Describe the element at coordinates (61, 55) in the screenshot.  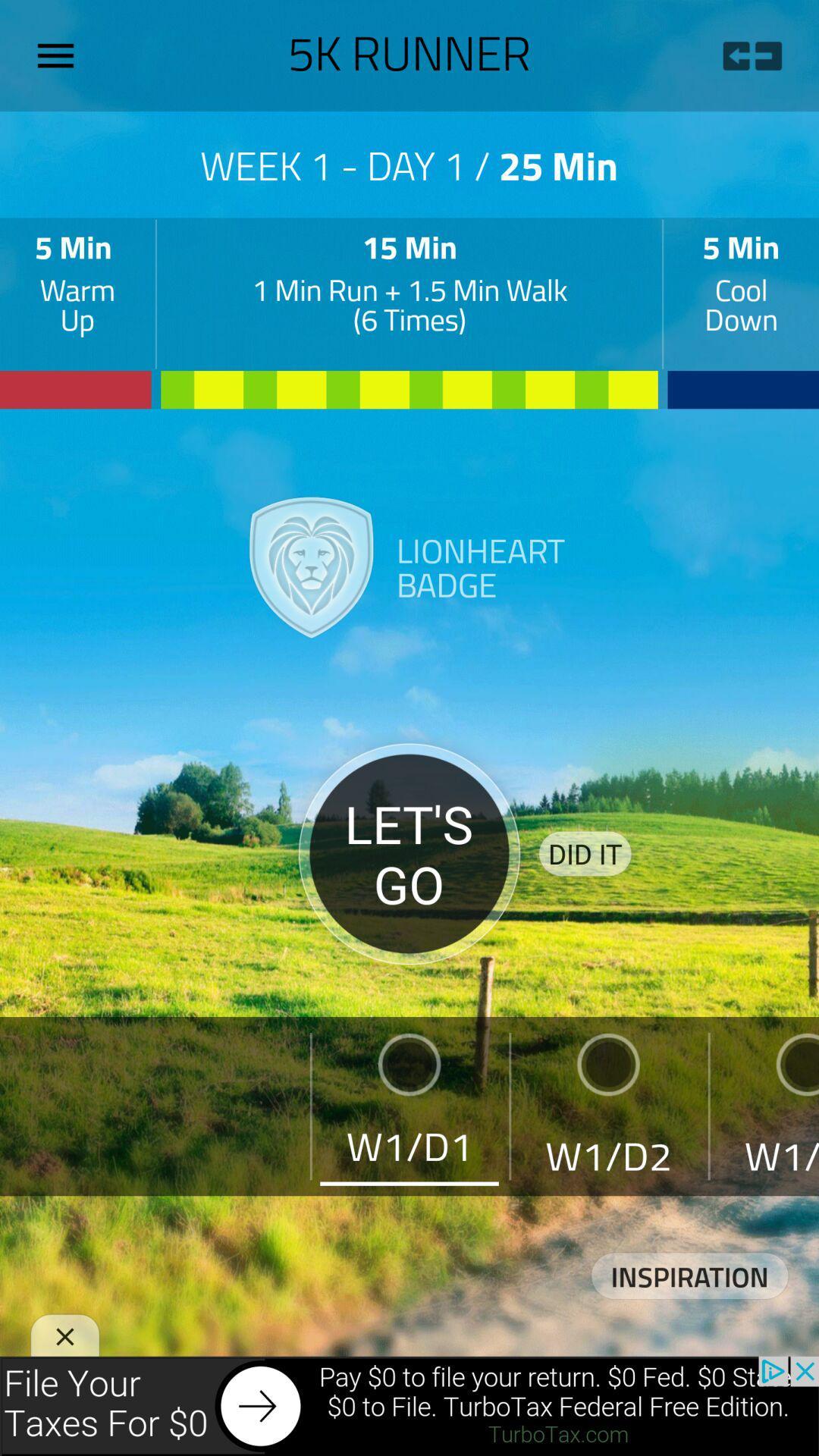
I see `menu button` at that location.